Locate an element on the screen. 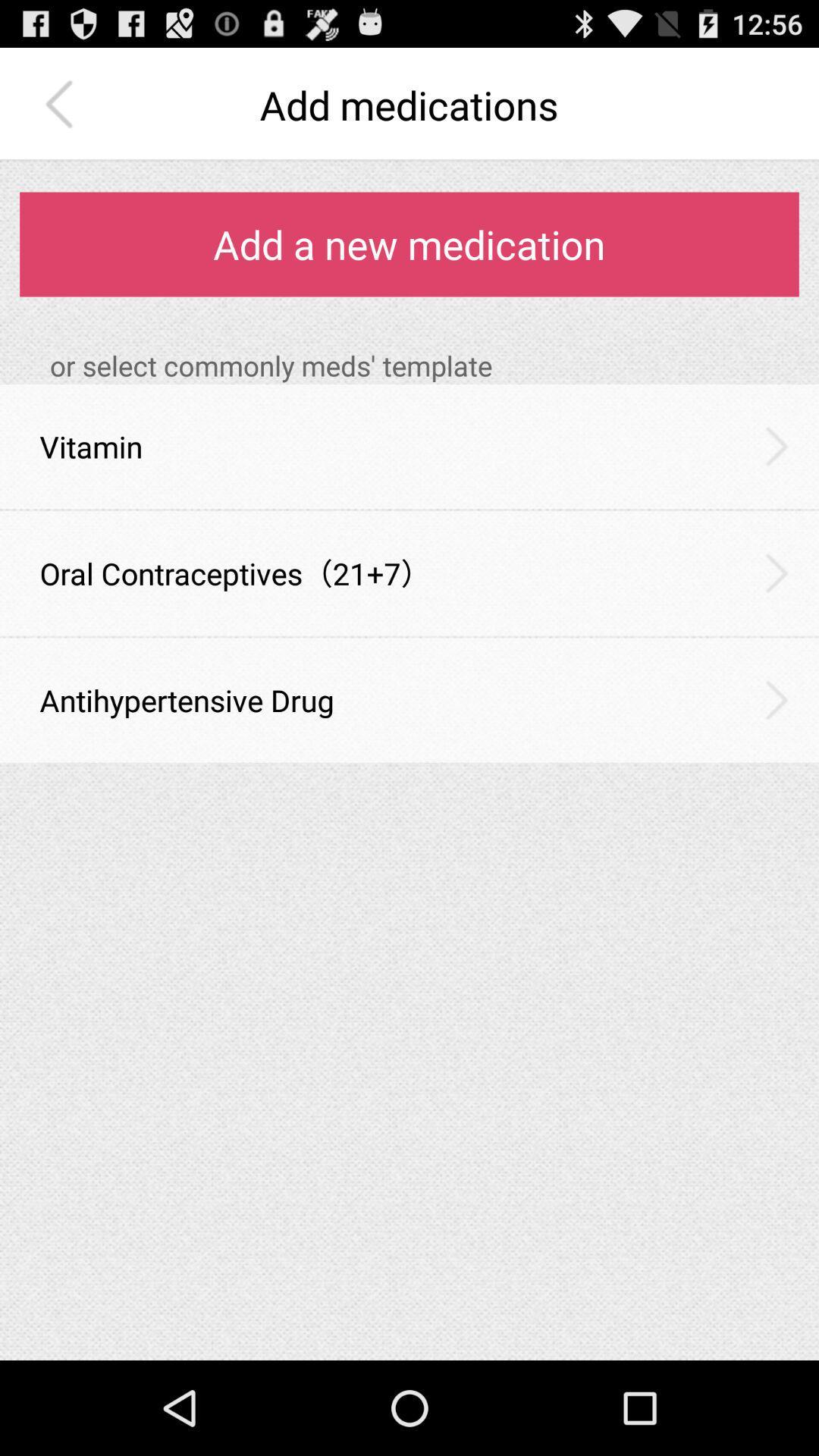 Image resolution: width=819 pixels, height=1456 pixels. the item to the left of add medications is located at coordinates (62, 104).